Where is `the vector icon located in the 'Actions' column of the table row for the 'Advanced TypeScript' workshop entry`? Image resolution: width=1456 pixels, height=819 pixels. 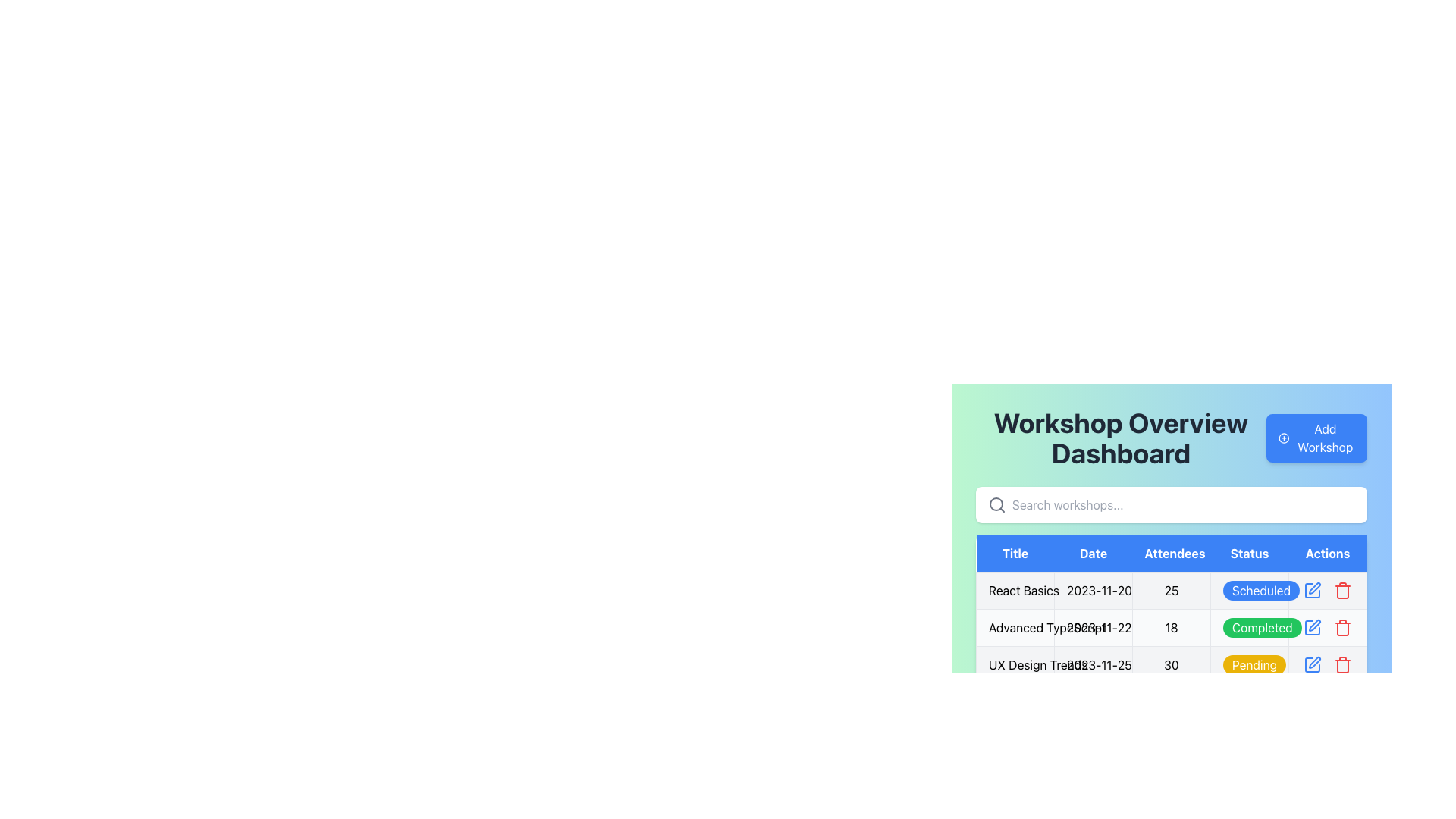 the vector icon located in the 'Actions' column of the table row for the 'Advanced TypeScript' workshop entry is located at coordinates (1312, 628).